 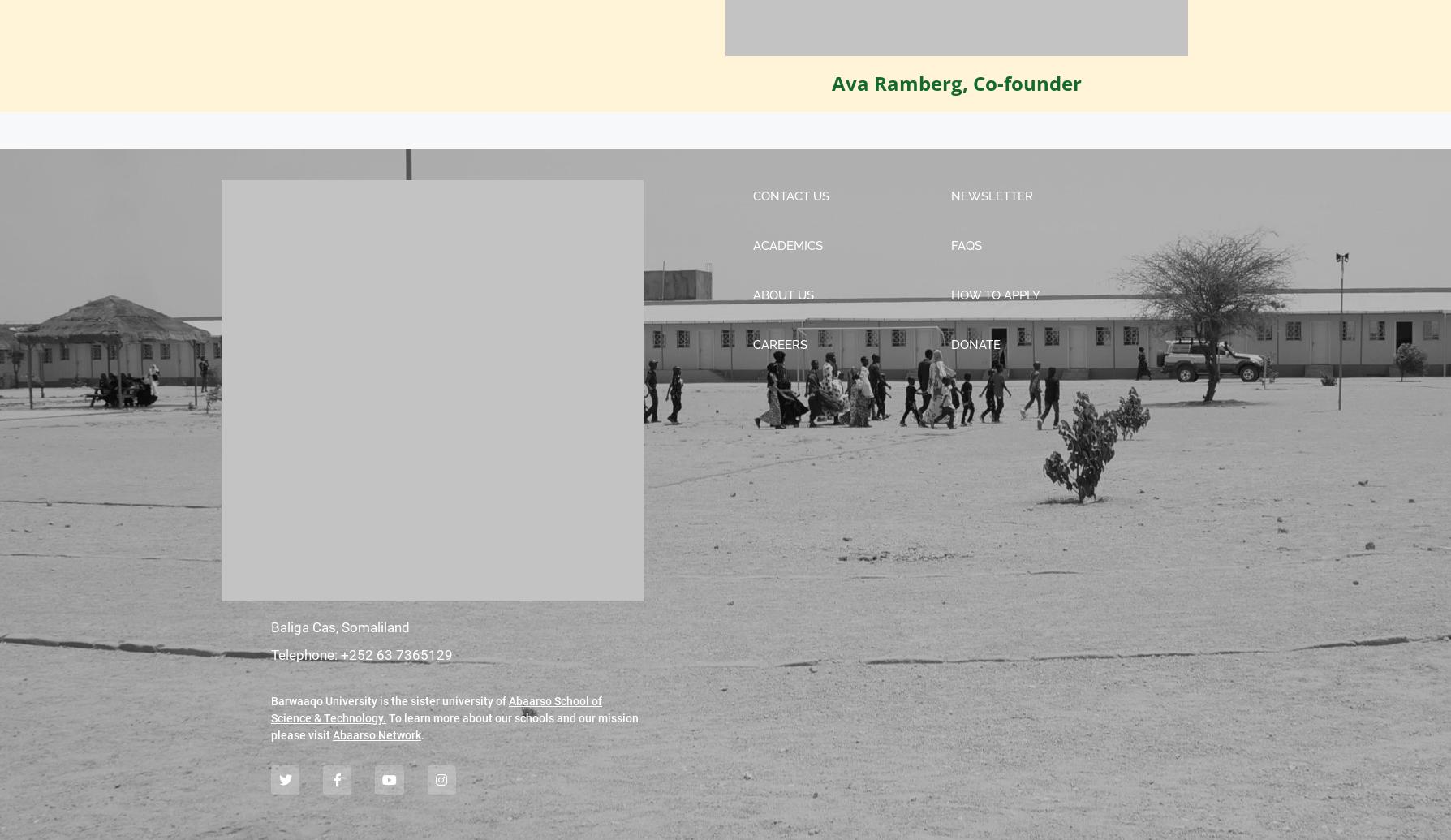 I want to click on 'Newsletter', so click(x=991, y=196).